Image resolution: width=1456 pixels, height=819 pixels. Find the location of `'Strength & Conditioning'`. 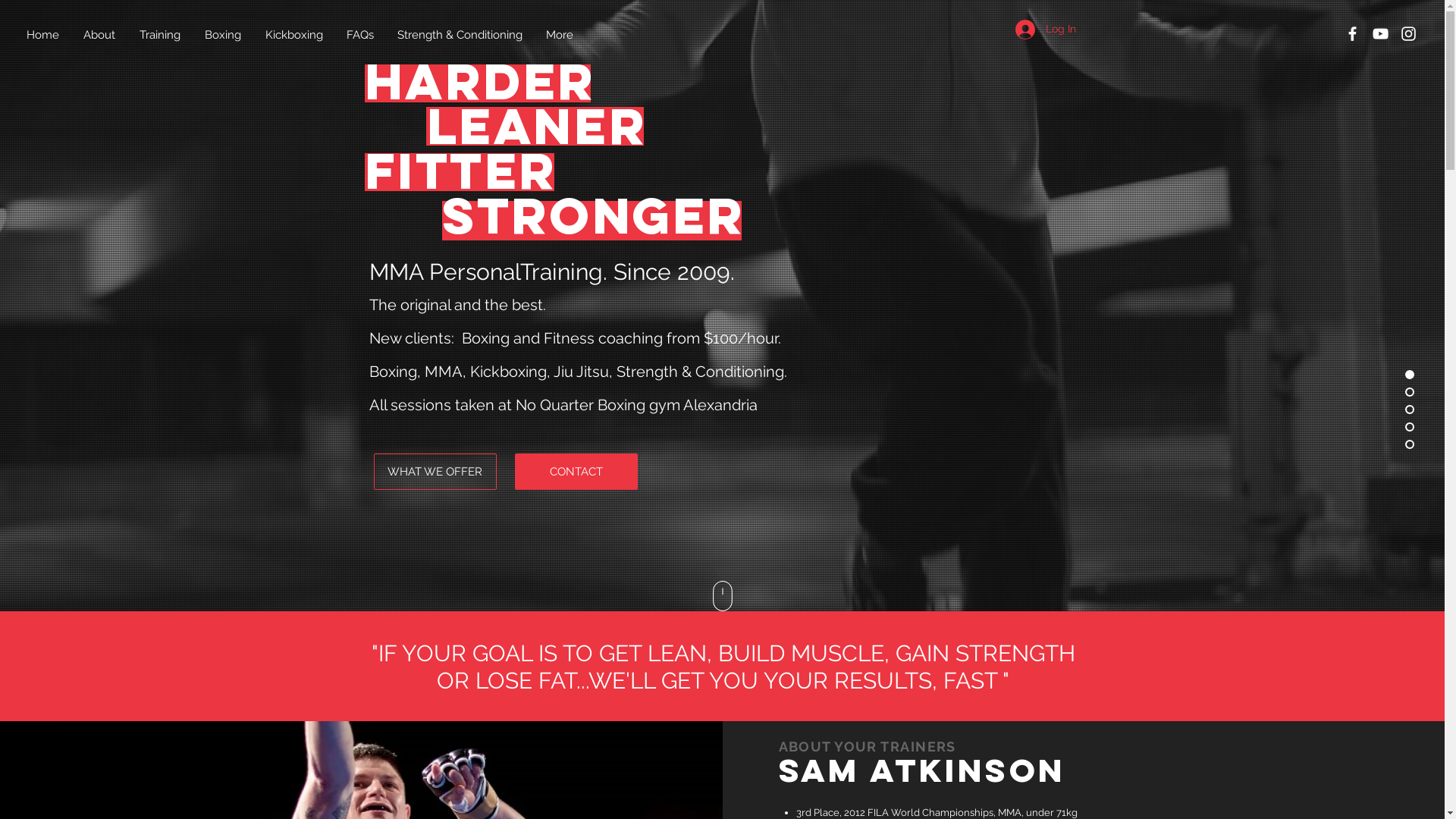

'Strength & Conditioning' is located at coordinates (459, 34).